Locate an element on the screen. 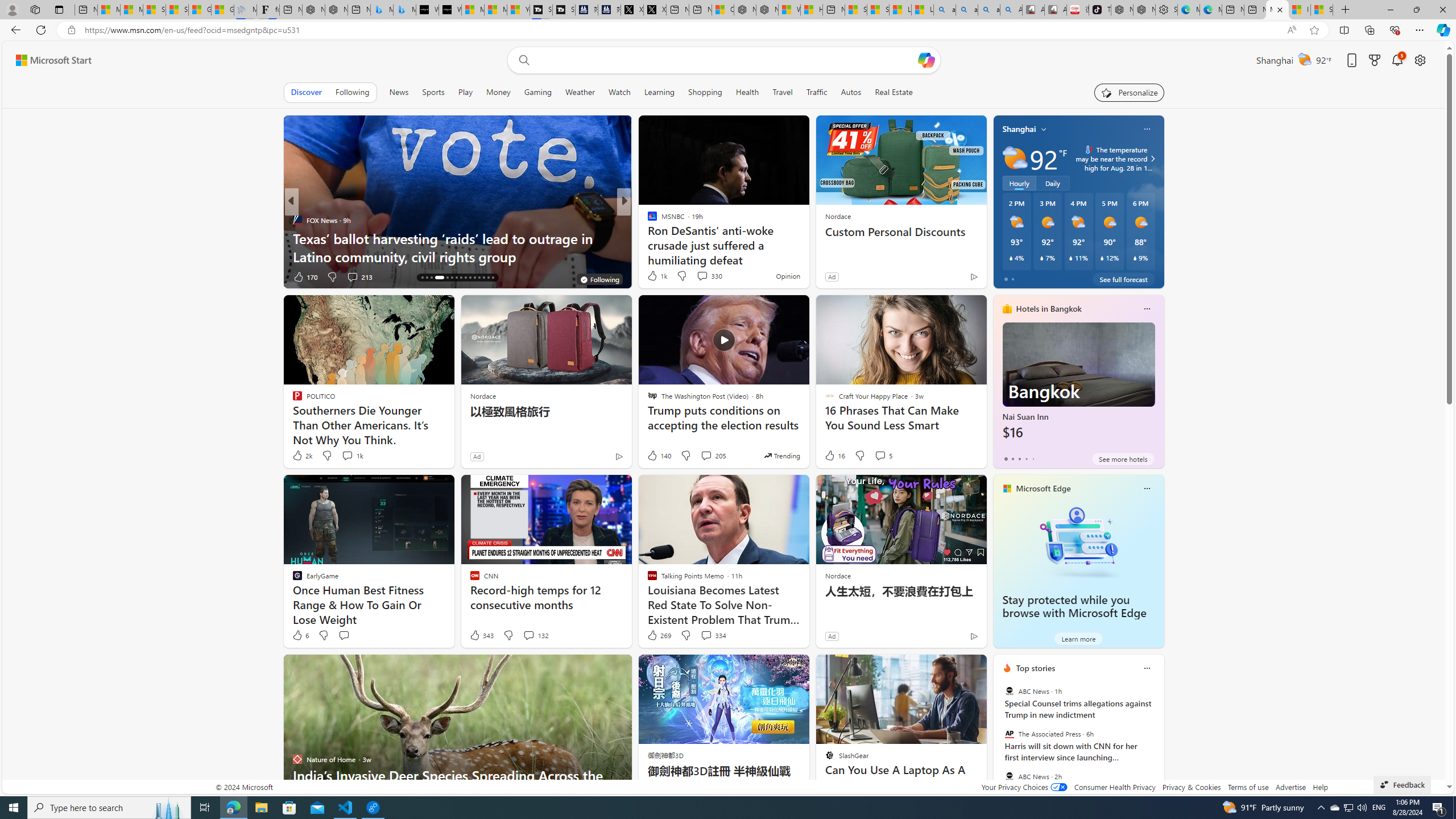  'You' is located at coordinates (599, 279).